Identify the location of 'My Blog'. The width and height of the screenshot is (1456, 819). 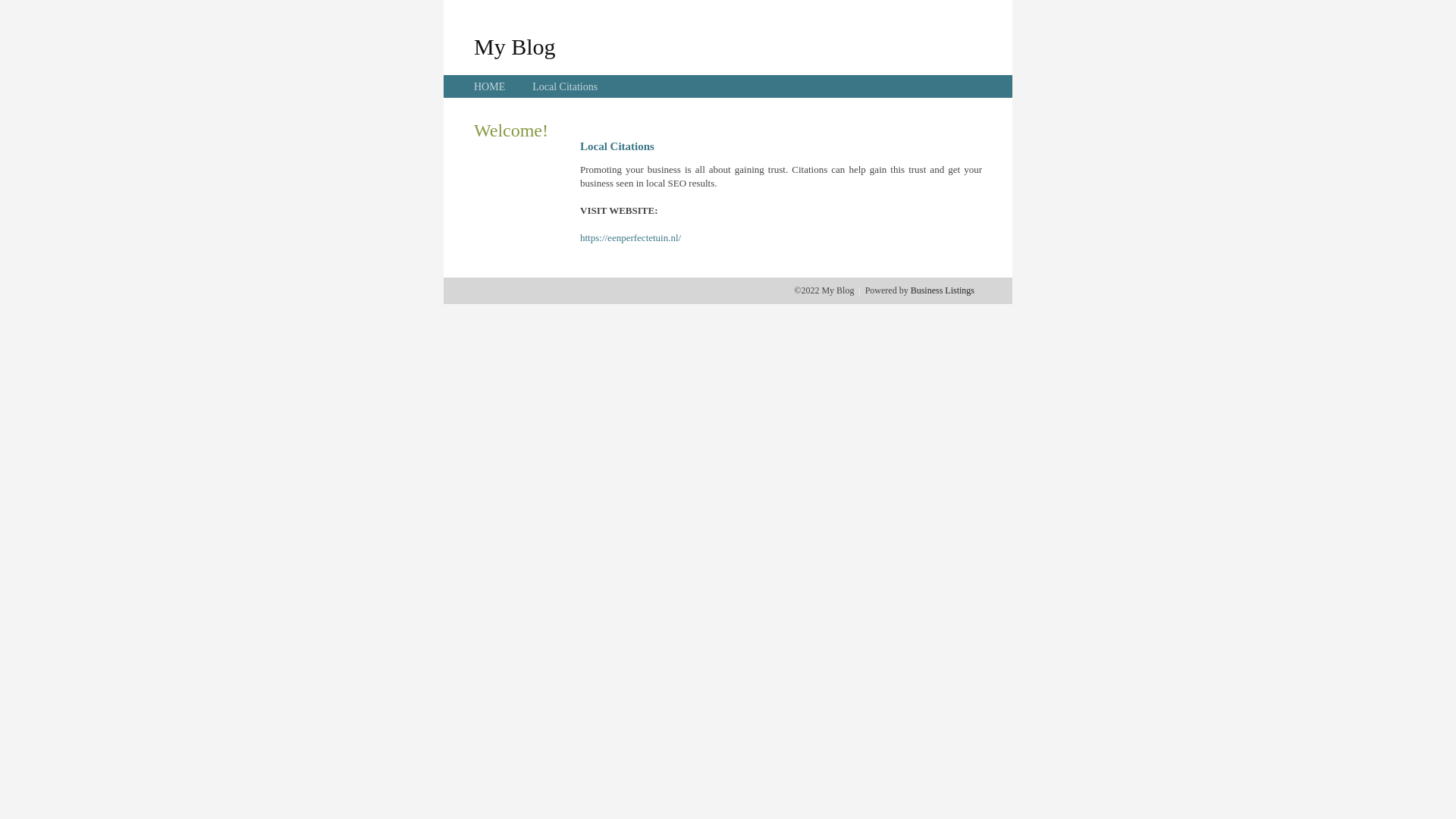
(514, 45).